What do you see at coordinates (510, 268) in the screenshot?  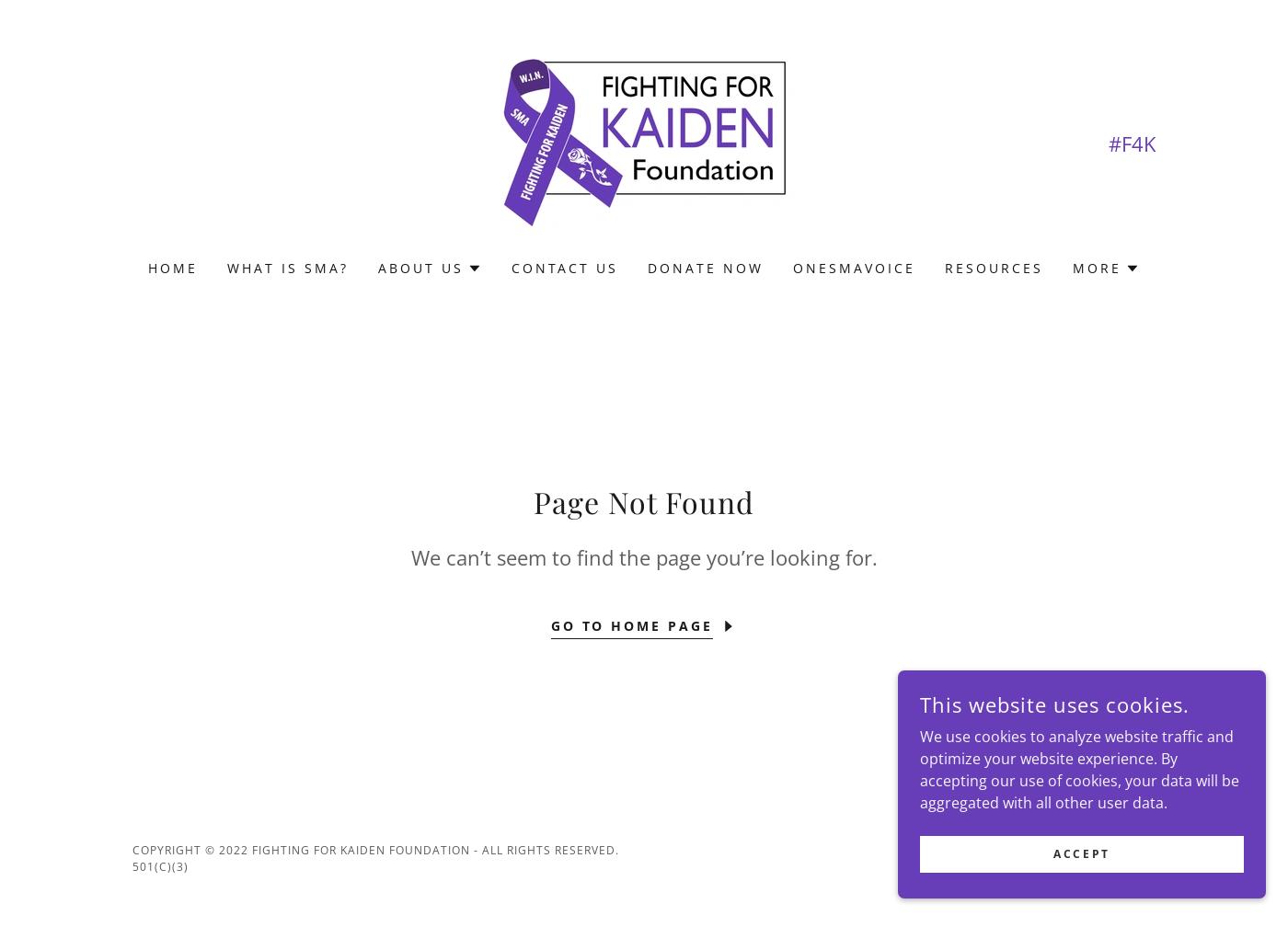 I see `'Contact Us'` at bounding box center [510, 268].